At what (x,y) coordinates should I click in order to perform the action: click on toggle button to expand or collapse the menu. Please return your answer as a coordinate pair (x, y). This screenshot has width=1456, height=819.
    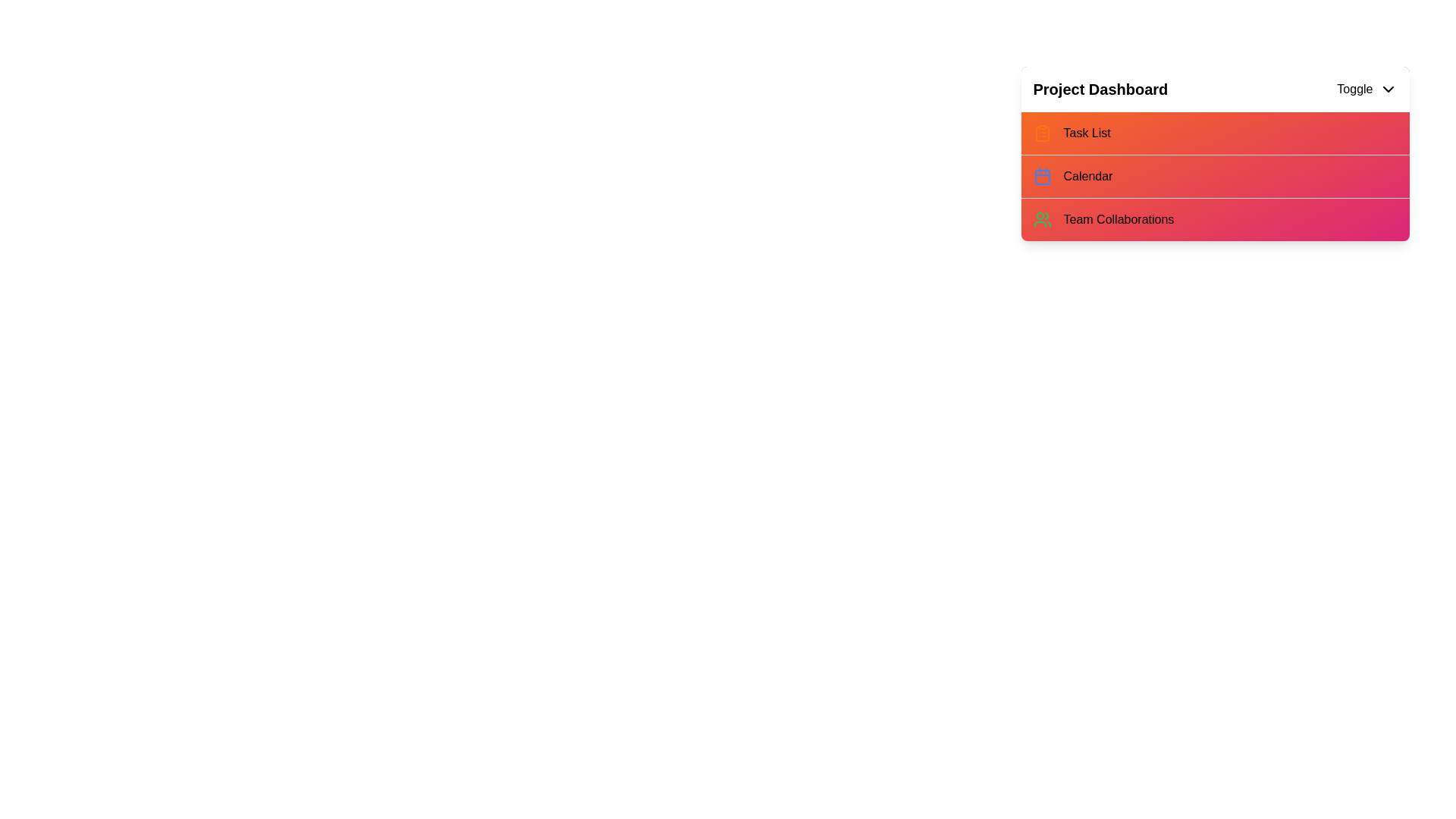
    Looking at the image, I should click on (1367, 89).